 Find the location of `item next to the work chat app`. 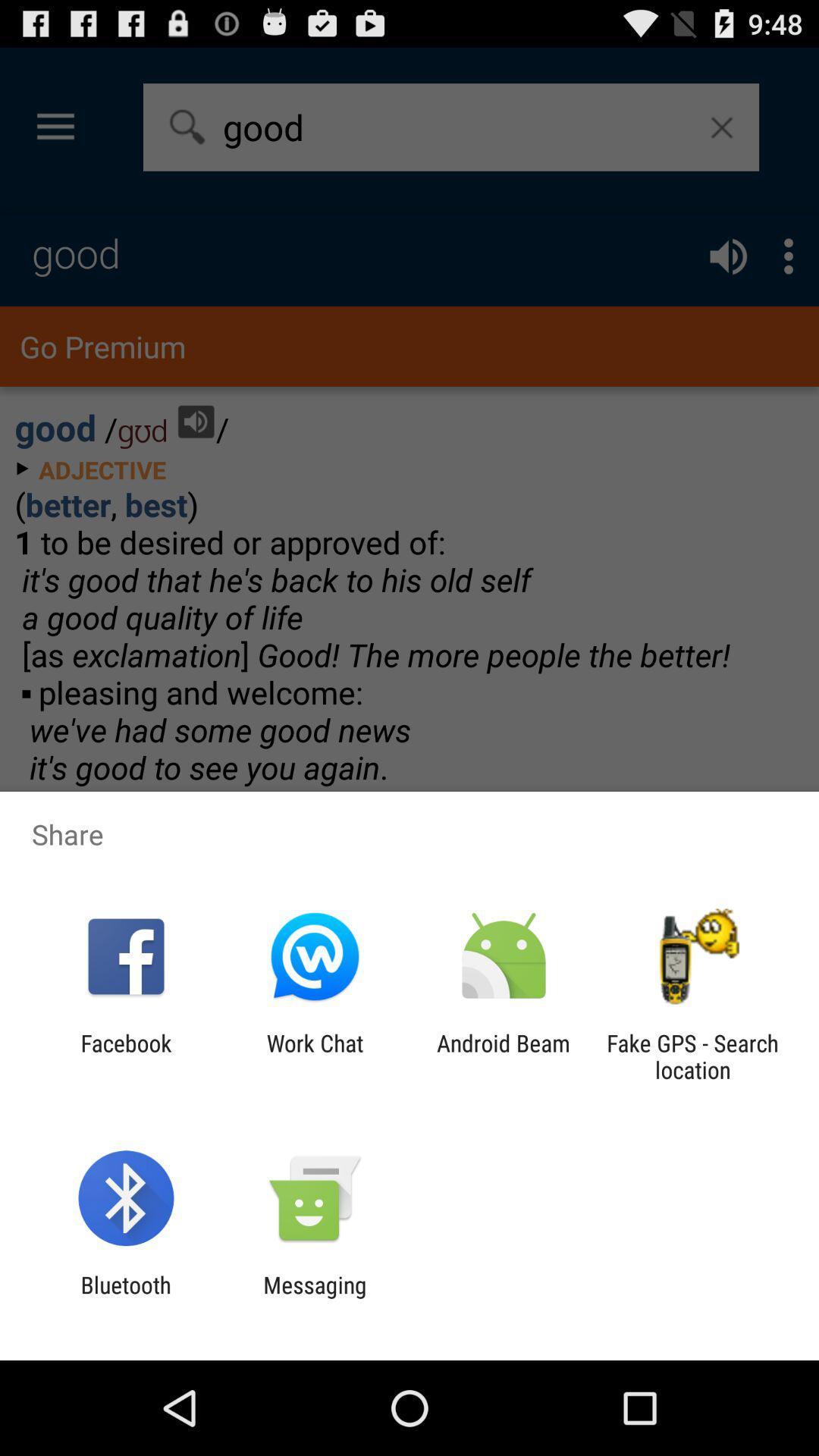

item next to the work chat app is located at coordinates (125, 1056).